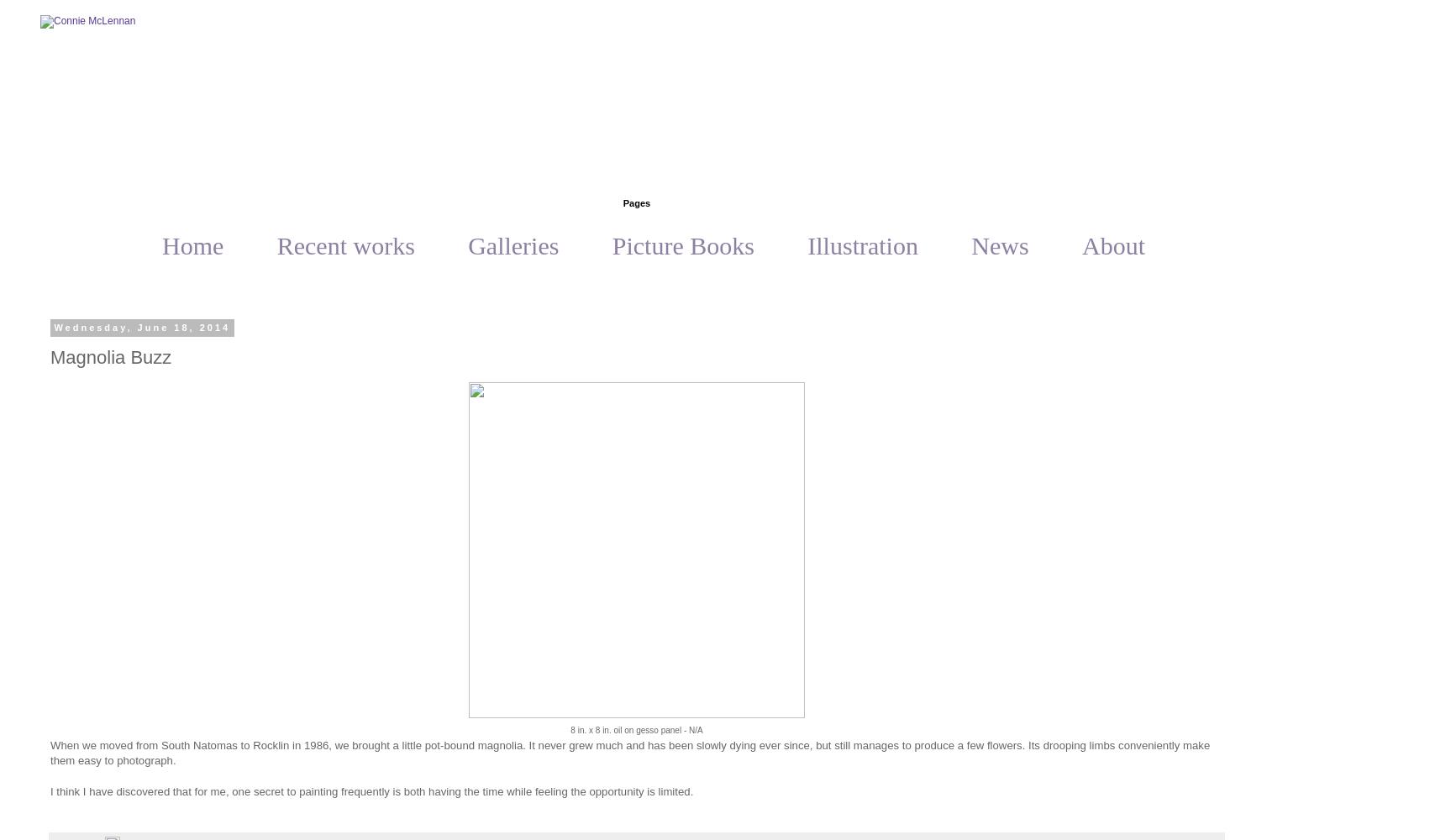 The image size is (1435, 840). What do you see at coordinates (371, 790) in the screenshot?
I see `'I think I have discovered that for me, one secret to painting frequently is both having the time while feeling the opportunity is limited.'` at bounding box center [371, 790].